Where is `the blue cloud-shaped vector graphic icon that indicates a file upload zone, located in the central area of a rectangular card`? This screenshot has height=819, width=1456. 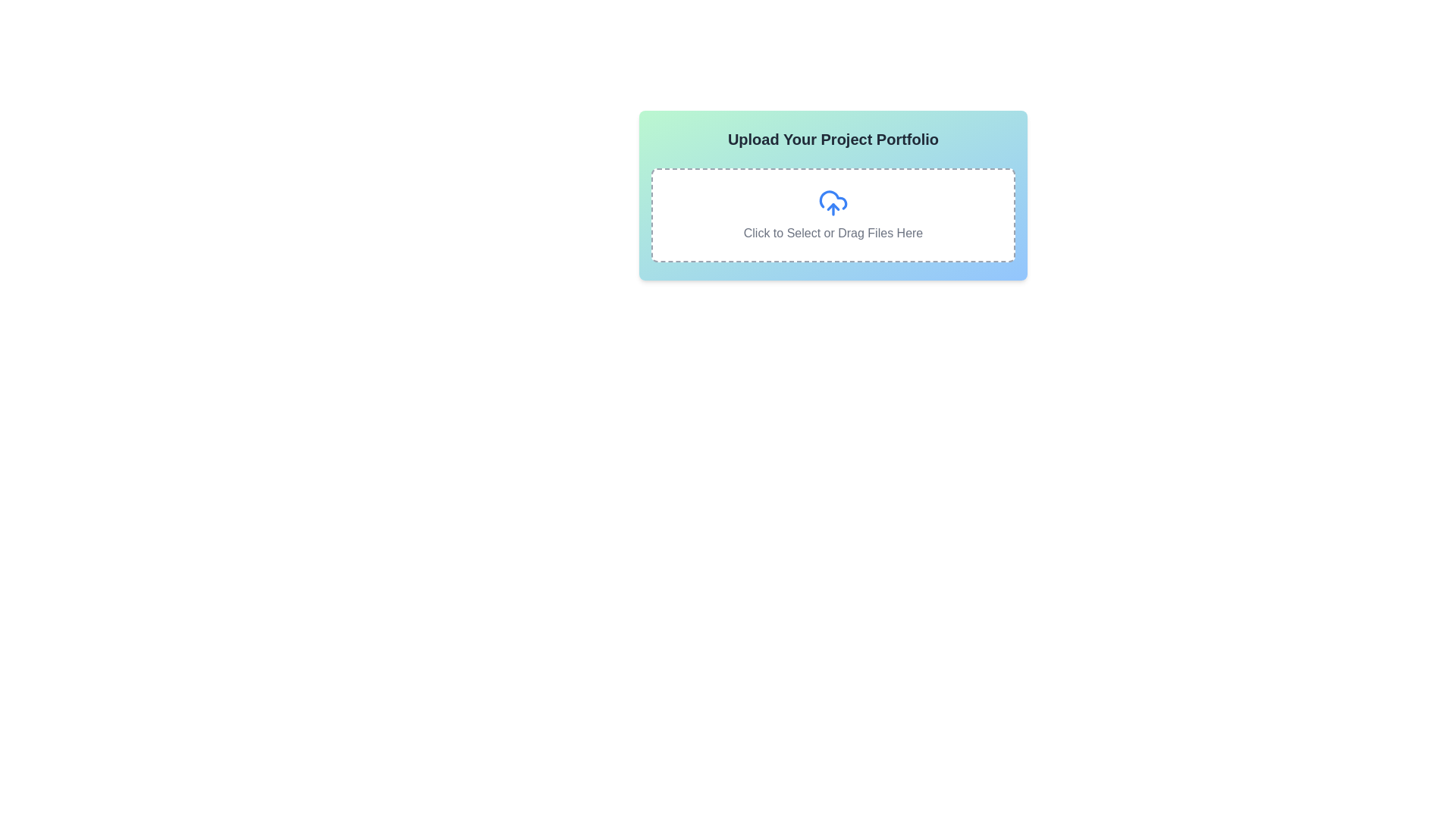 the blue cloud-shaped vector graphic icon that indicates a file upload zone, located in the central area of a rectangular card is located at coordinates (833, 199).